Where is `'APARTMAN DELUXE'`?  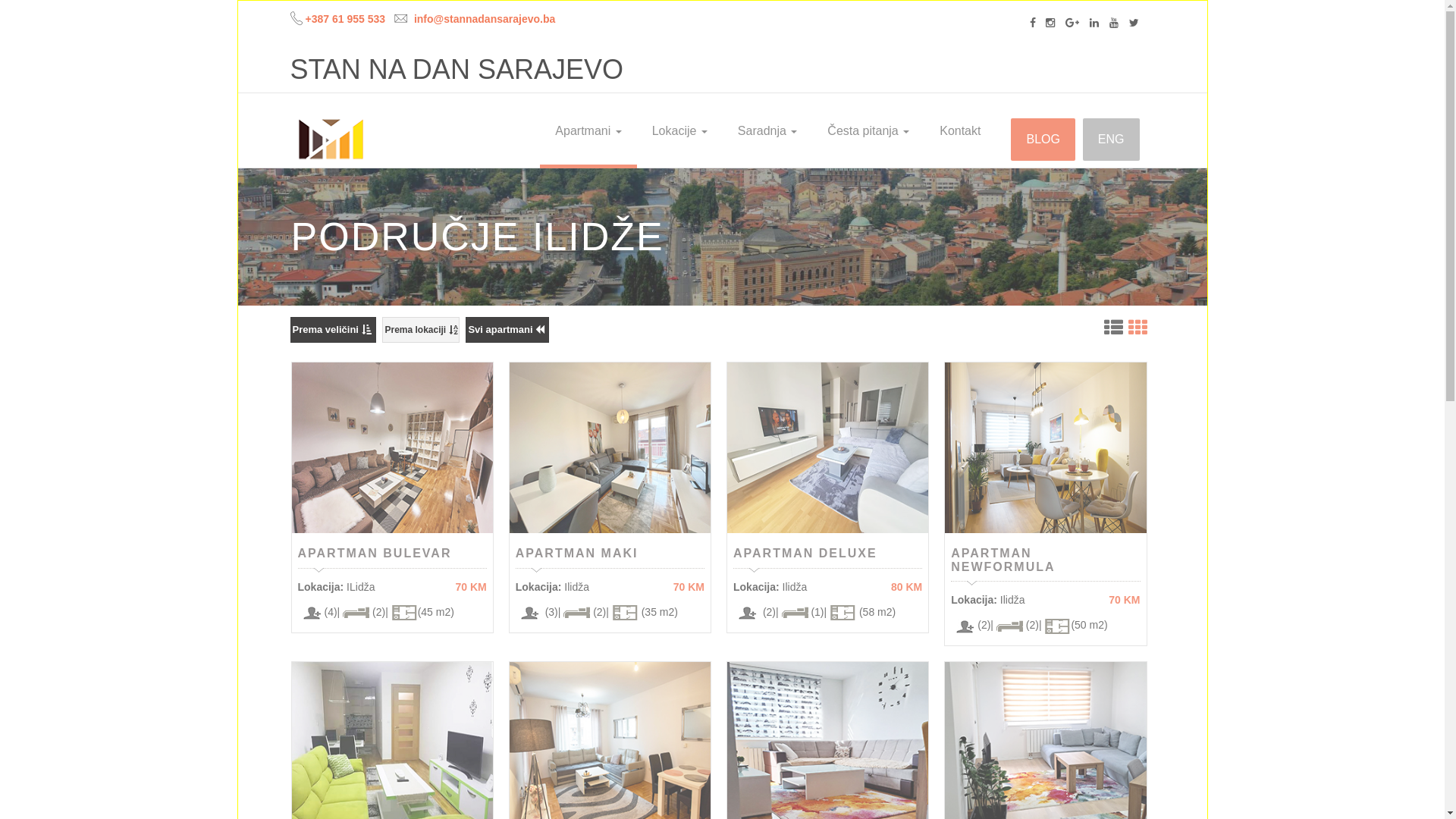
'APARTMAN DELUXE' is located at coordinates (733, 553).